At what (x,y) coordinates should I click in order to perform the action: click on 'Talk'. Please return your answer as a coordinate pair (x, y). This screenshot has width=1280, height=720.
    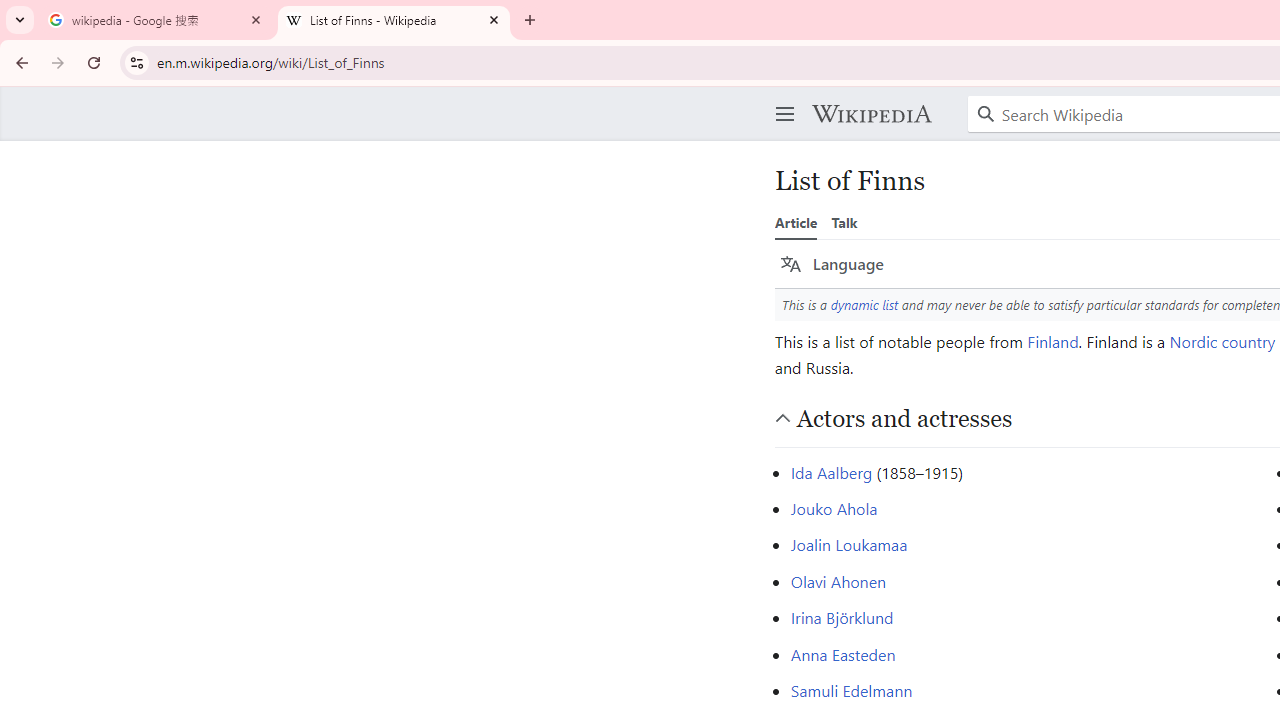
    Looking at the image, I should click on (844, 222).